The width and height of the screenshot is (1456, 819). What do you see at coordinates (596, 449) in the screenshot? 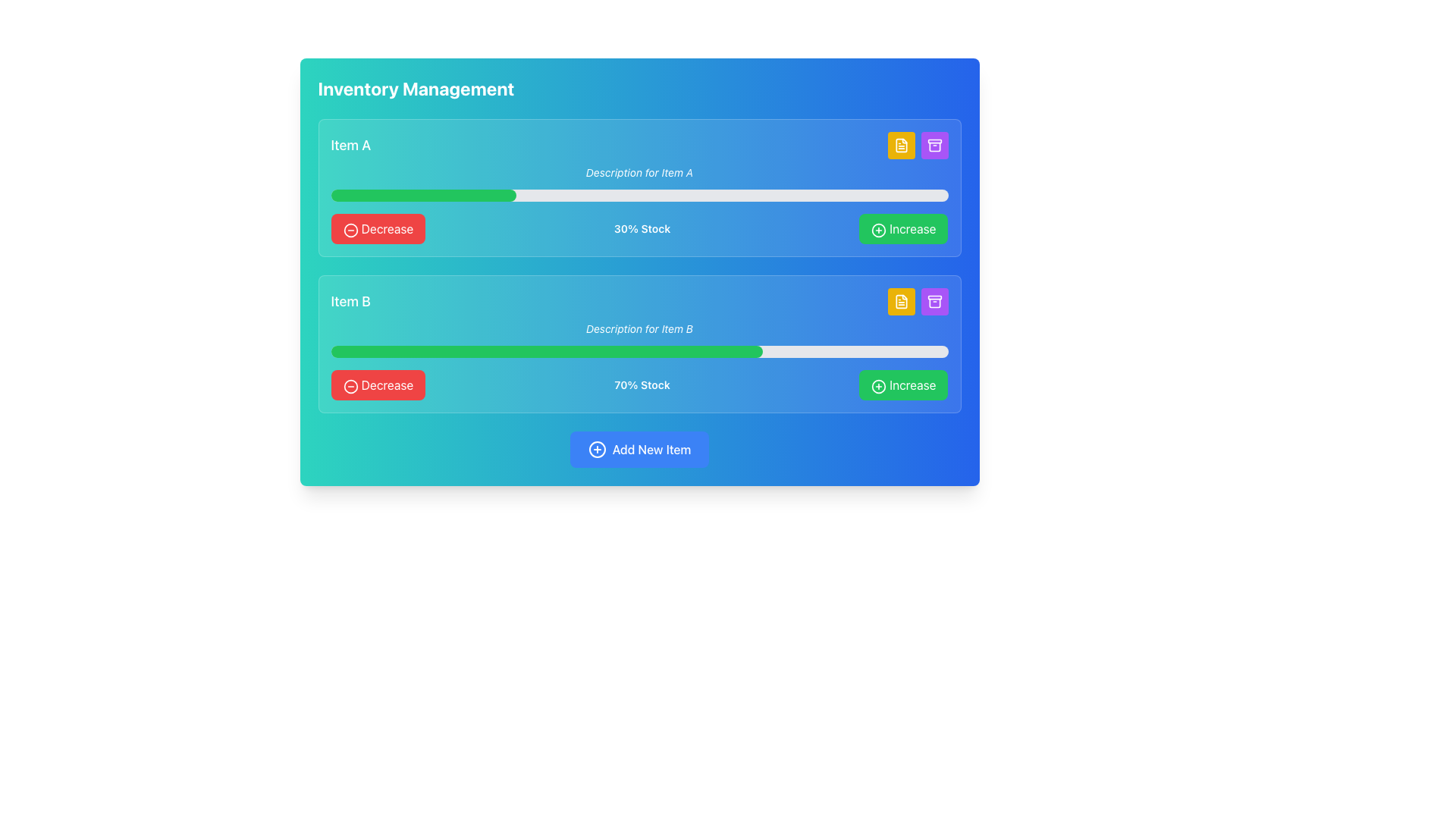
I see `the circular SVG graphical element located at the center of the 'Add New Item' button, which features a plus sign icon` at bounding box center [596, 449].